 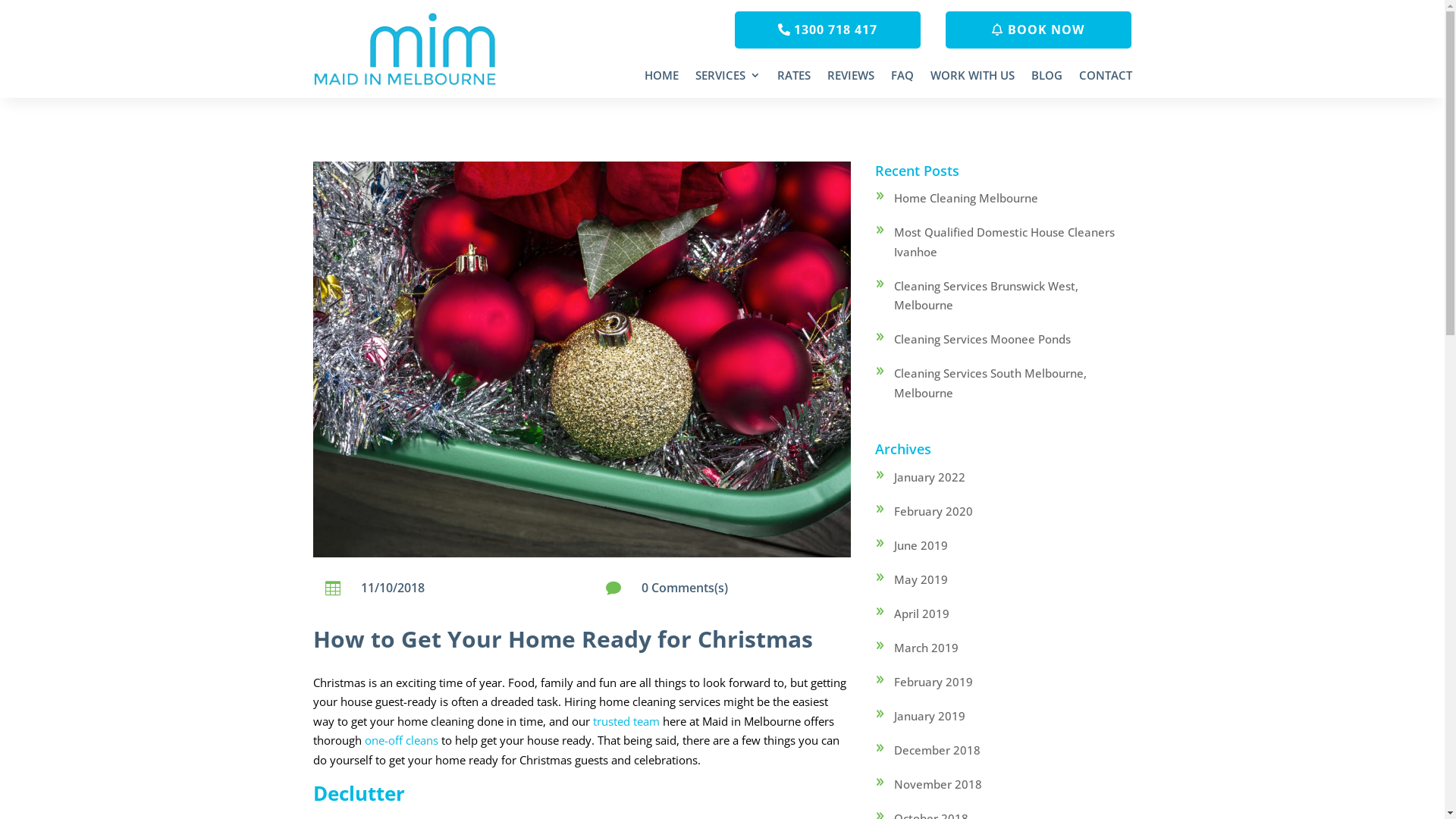 I want to click on 'HOME', so click(x=661, y=78).